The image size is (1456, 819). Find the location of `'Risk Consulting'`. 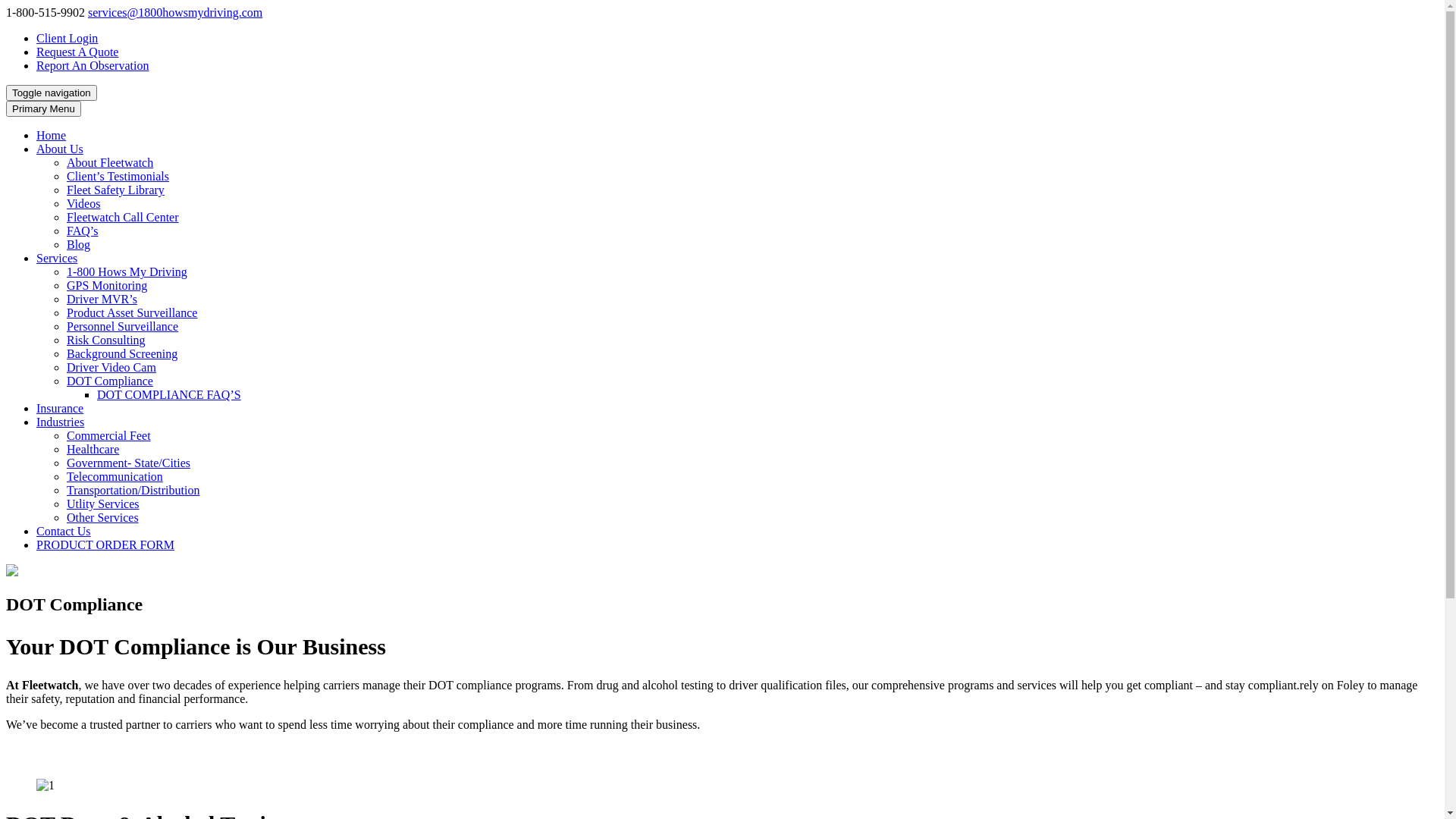

'Risk Consulting' is located at coordinates (105, 339).